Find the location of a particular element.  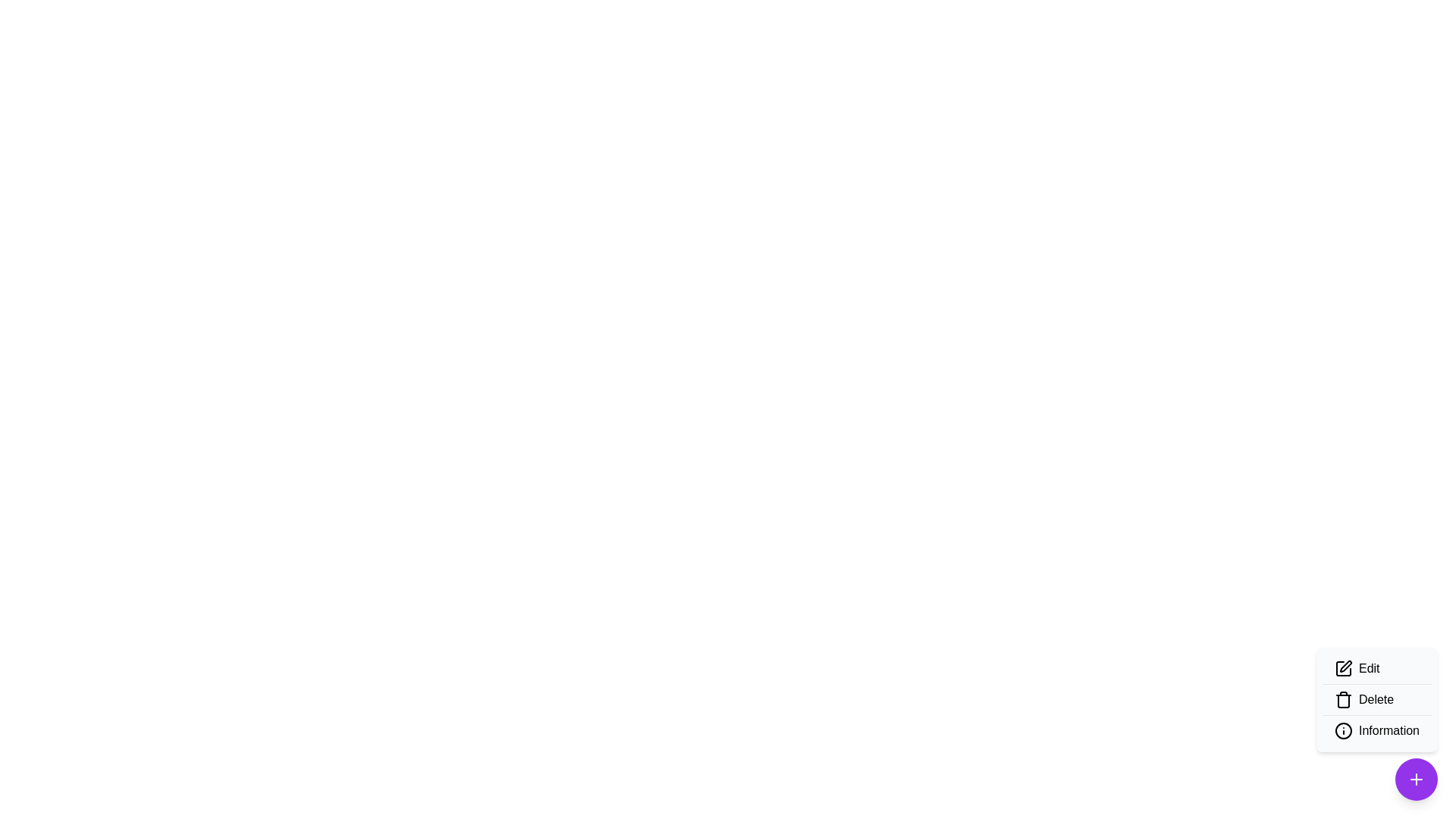

the 'Information' Text Label located in the bottom-right corner of the dropdown menu, positioned beside an information icon is located at coordinates (1389, 730).